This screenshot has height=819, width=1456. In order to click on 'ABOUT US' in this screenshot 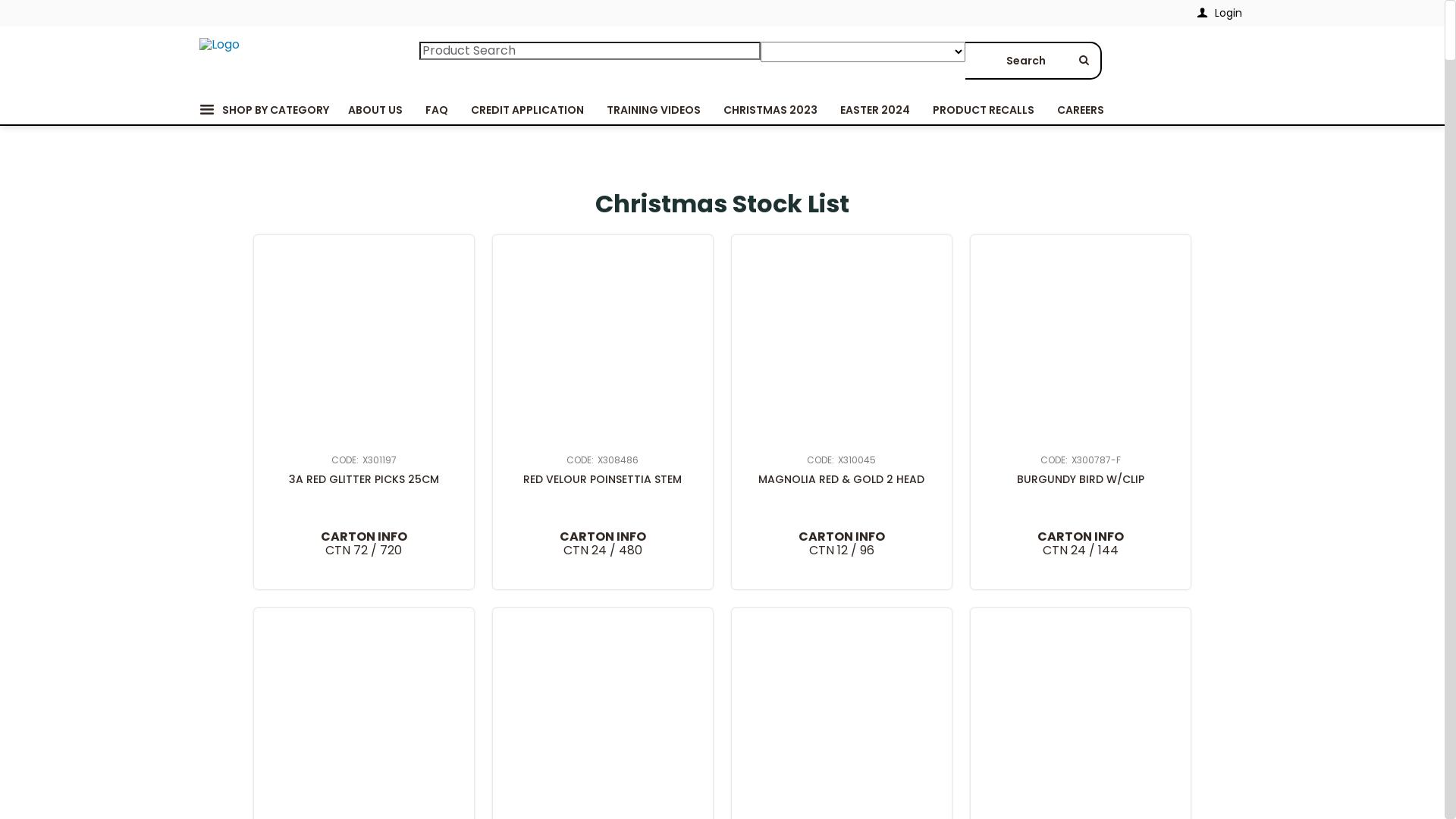, I will do `click(375, 109)`.